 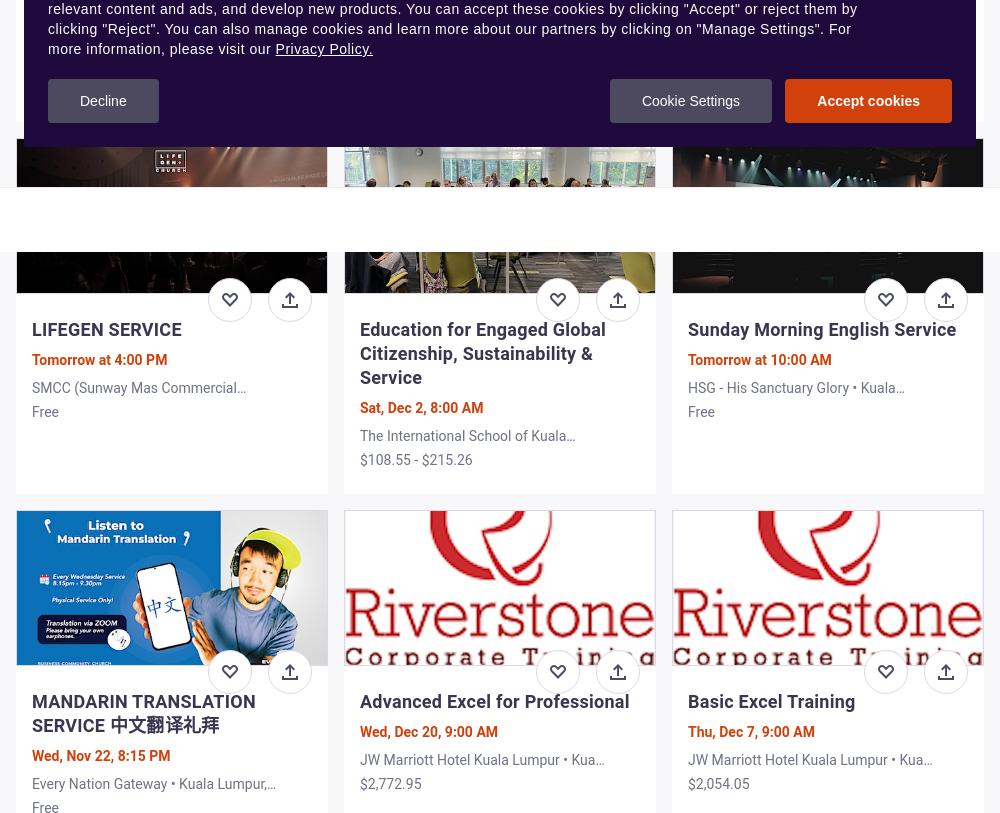 What do you see at coordinates (32, 713) in the screenshot?
I see `'MANDARIN TRANSLATION SERVICE 中文翻译礼拜'` at bounding box center [32, 713].